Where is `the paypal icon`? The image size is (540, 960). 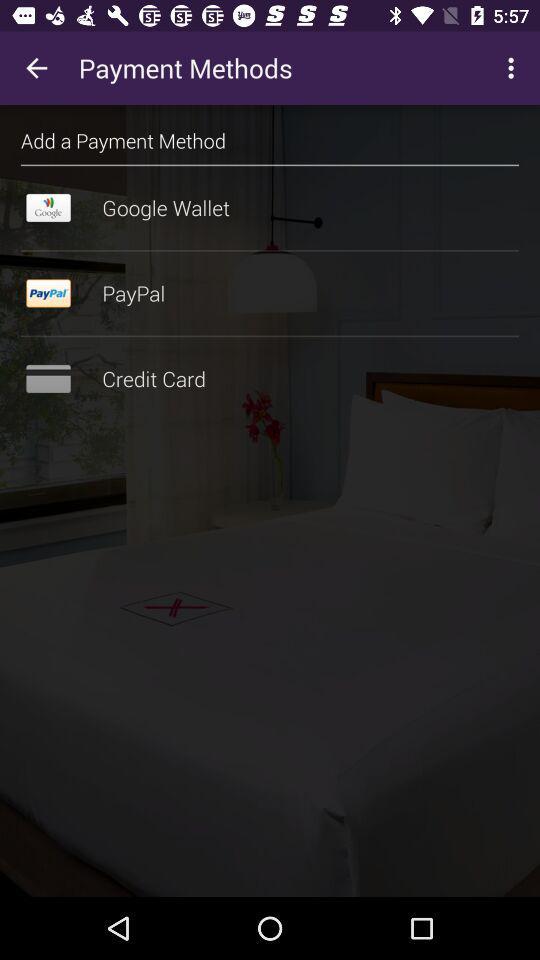 the paypal icon is located at coordinates (270, 292).